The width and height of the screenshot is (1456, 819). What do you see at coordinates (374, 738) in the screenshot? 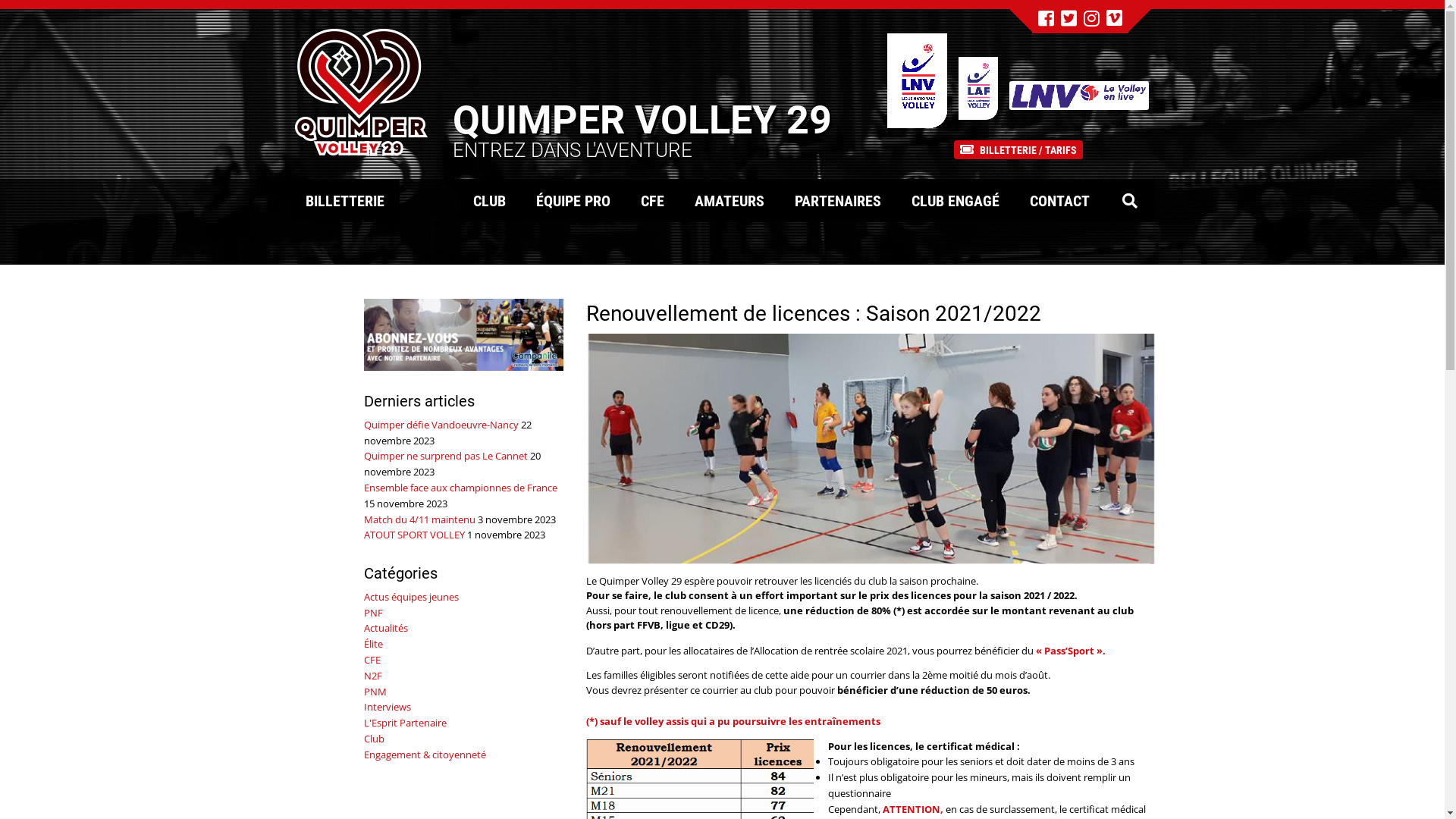
I see `'Club'` at bounding box center [374, 738].